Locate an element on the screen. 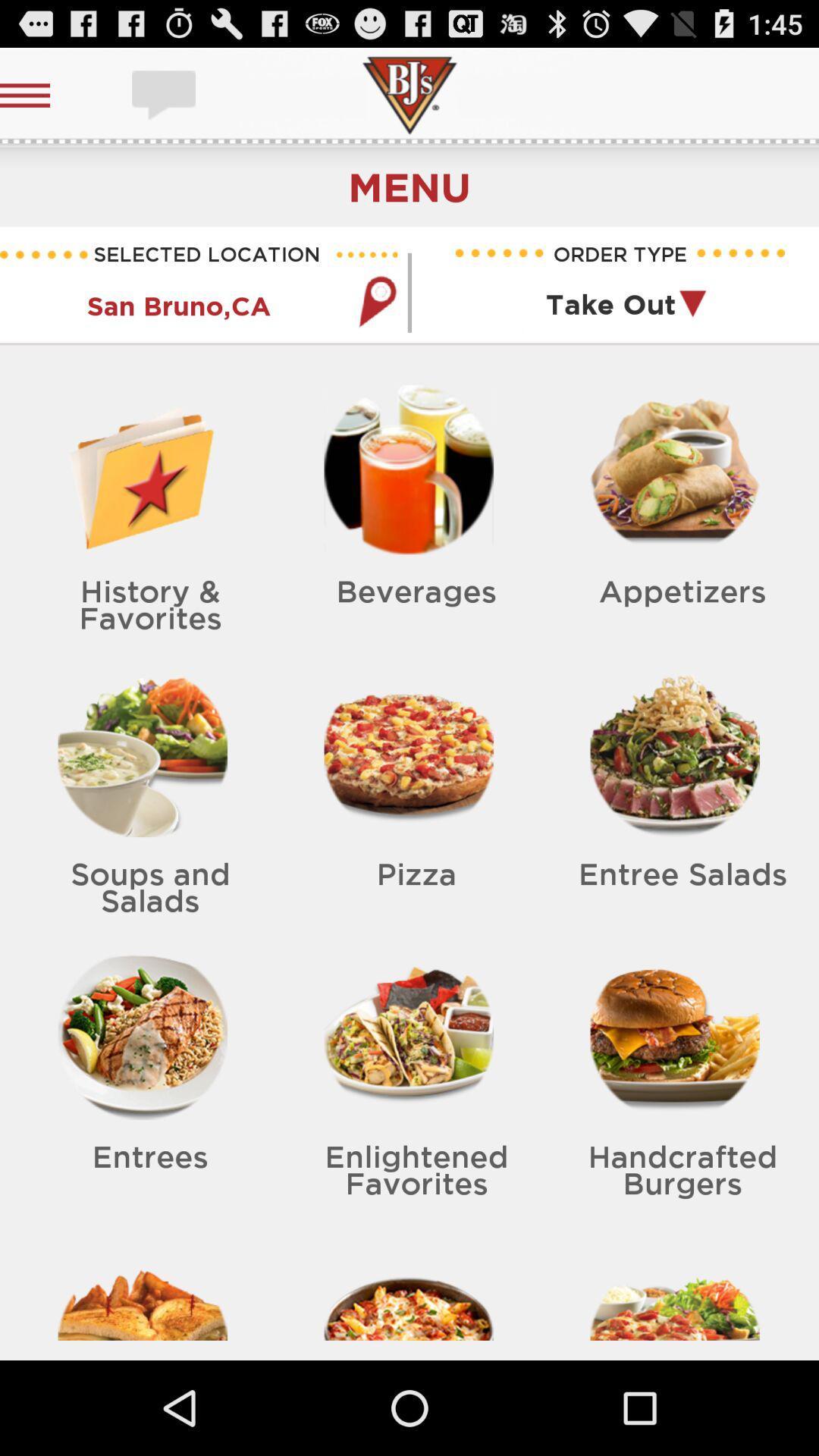 The image size is (819, 1456). message chat button is located at coordinates (165, 94).